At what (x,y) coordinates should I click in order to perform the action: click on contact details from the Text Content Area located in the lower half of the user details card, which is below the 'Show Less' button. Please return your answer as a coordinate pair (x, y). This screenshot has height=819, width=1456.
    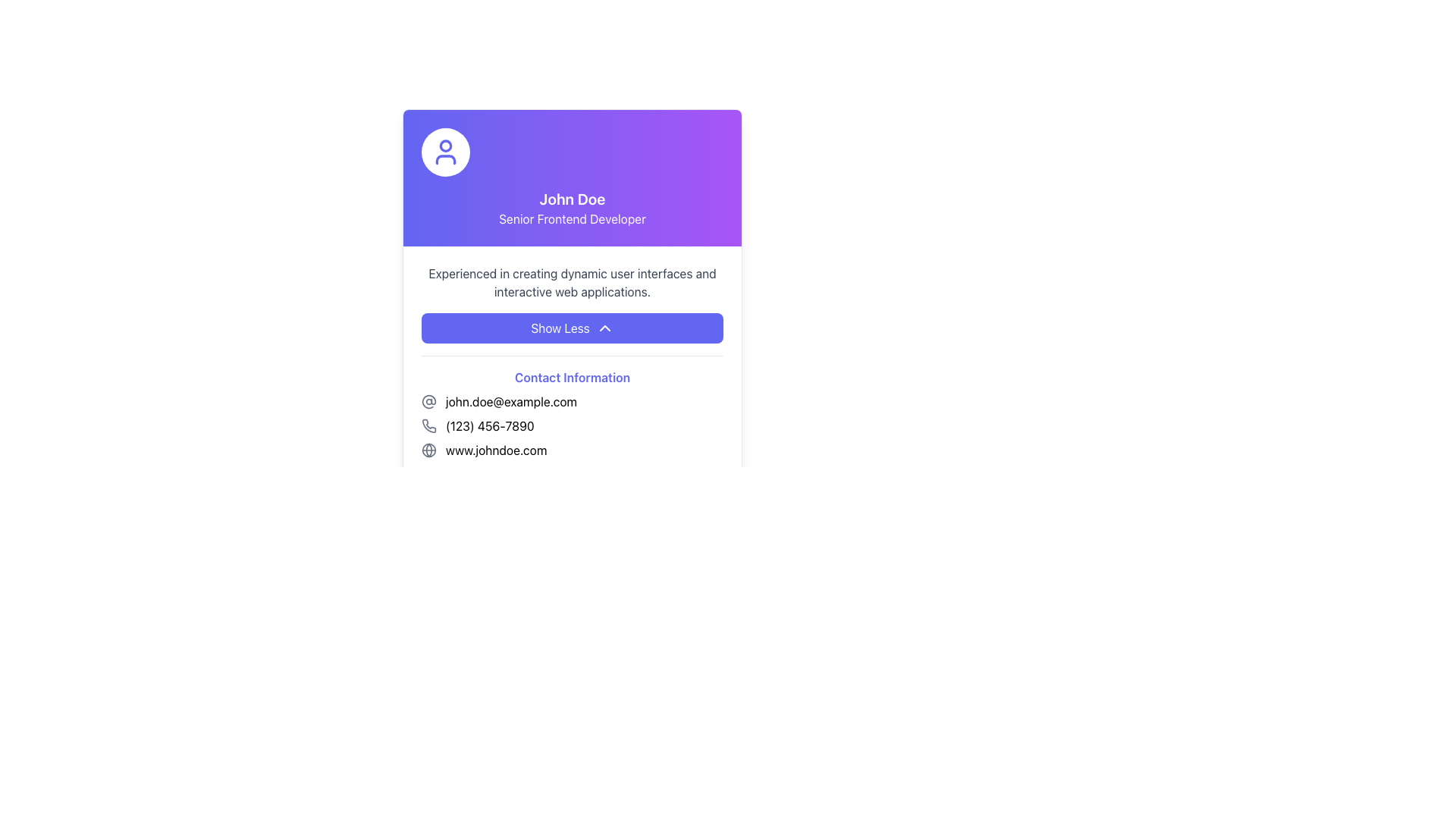
    Looking at the image, I should click on (571, 388).